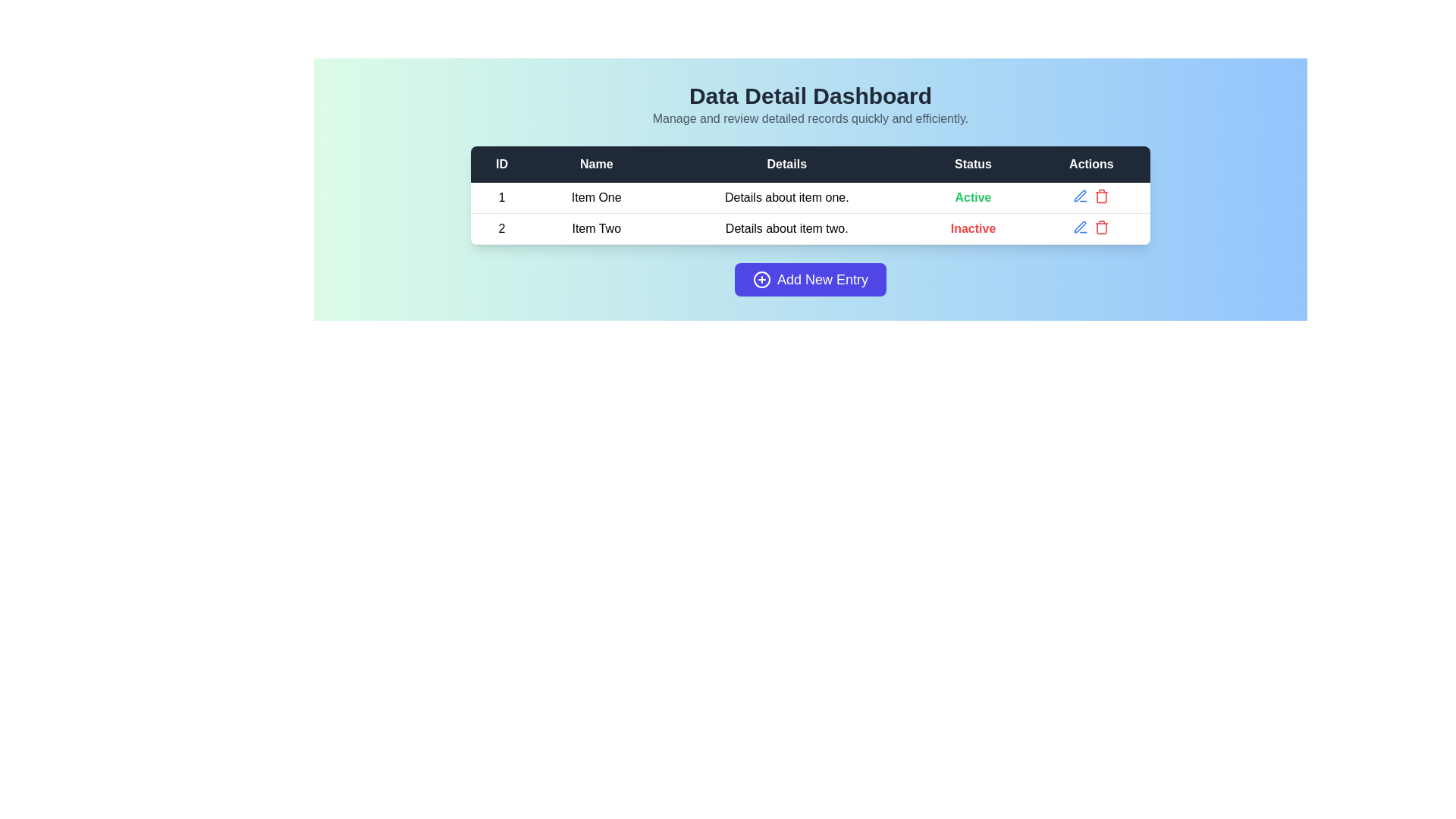  I want to click on the status label indicating 'not active' for 'Item Two' in the second row of the data table, so click(973, 228).